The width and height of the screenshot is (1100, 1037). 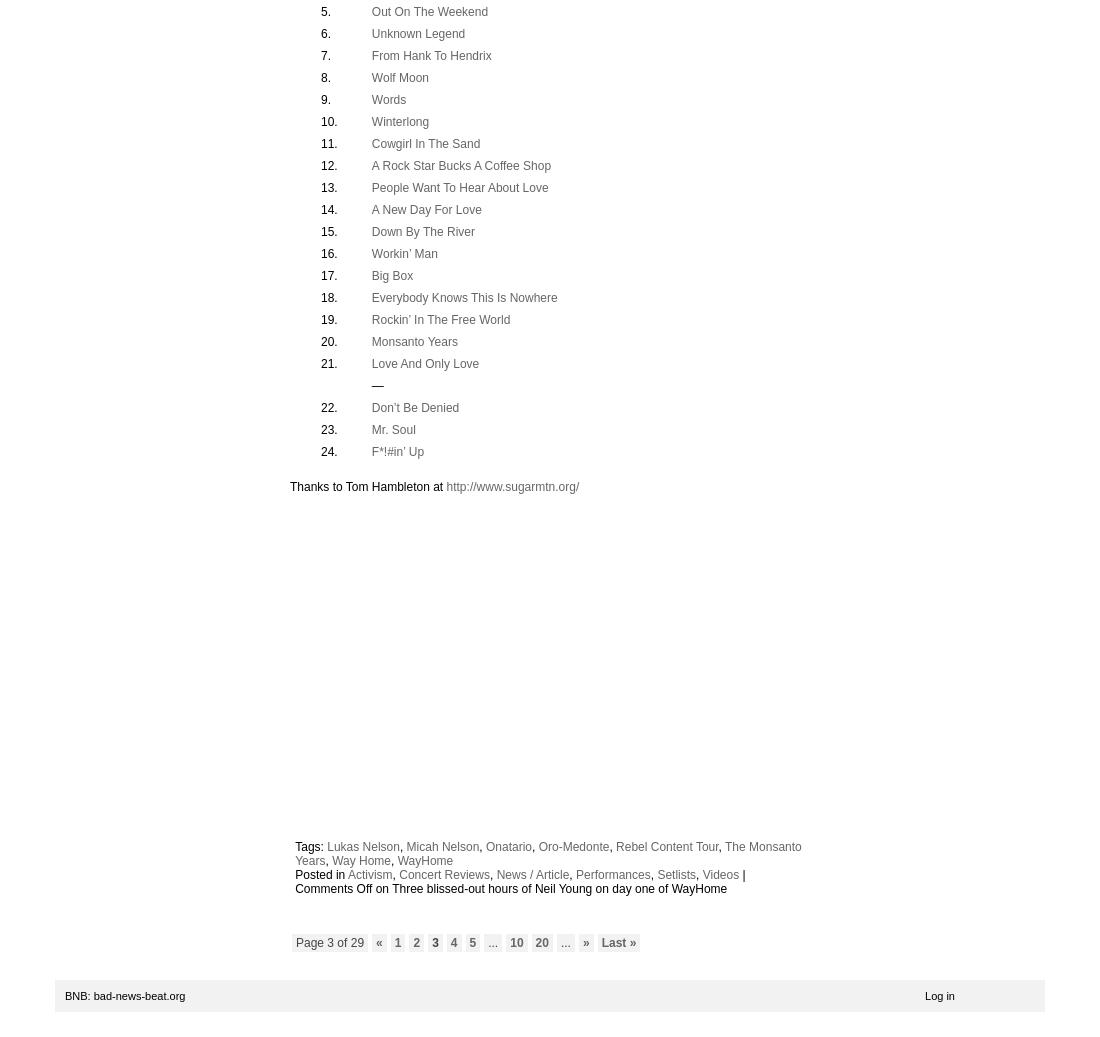 I want to click on '14.', so click(x=328, y=207).